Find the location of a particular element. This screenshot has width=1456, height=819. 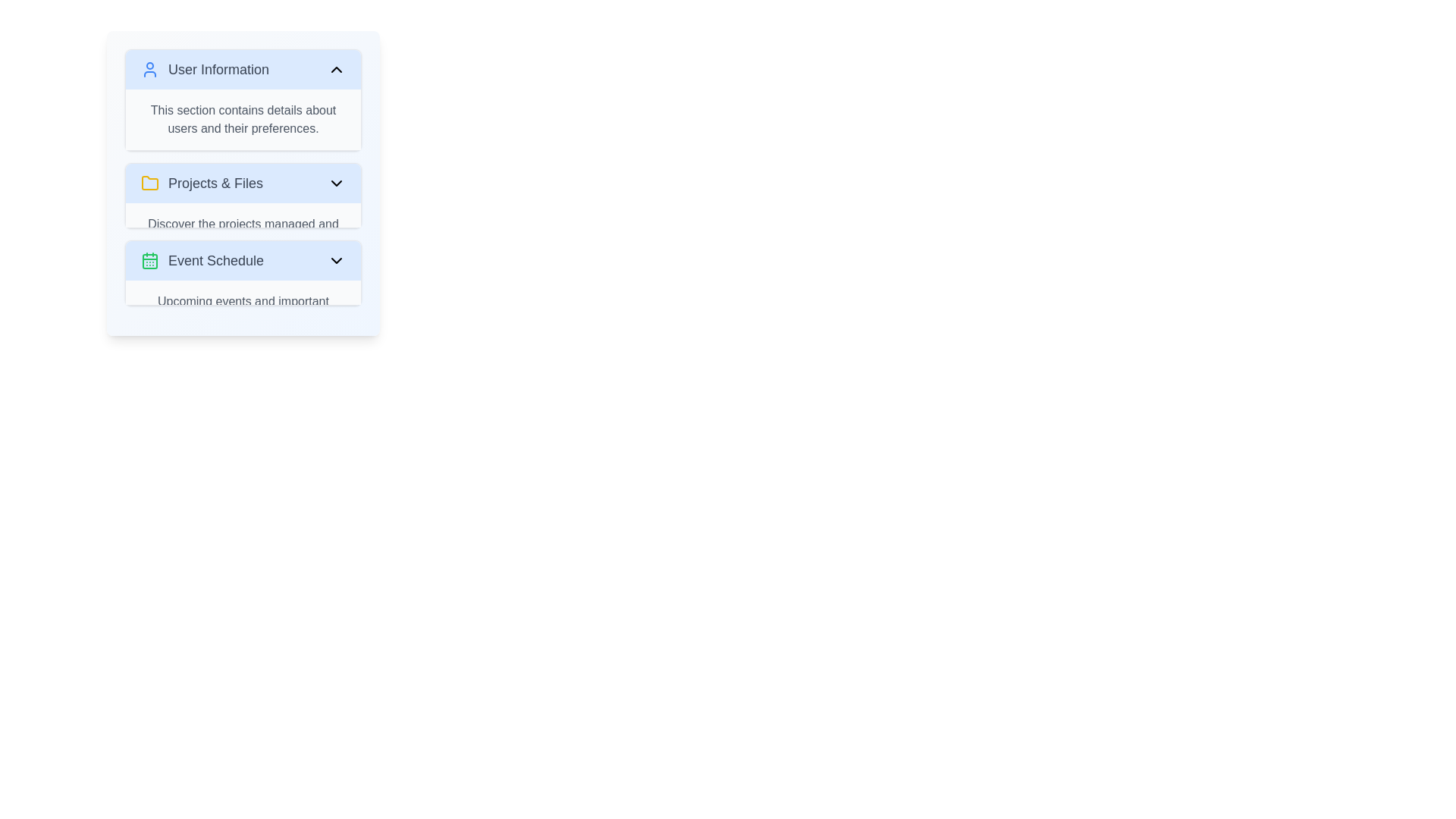

the downward-facing chevron icon (dropdown indicator) next to the 'Projects & Files' text is located at coordinates (336, 183).